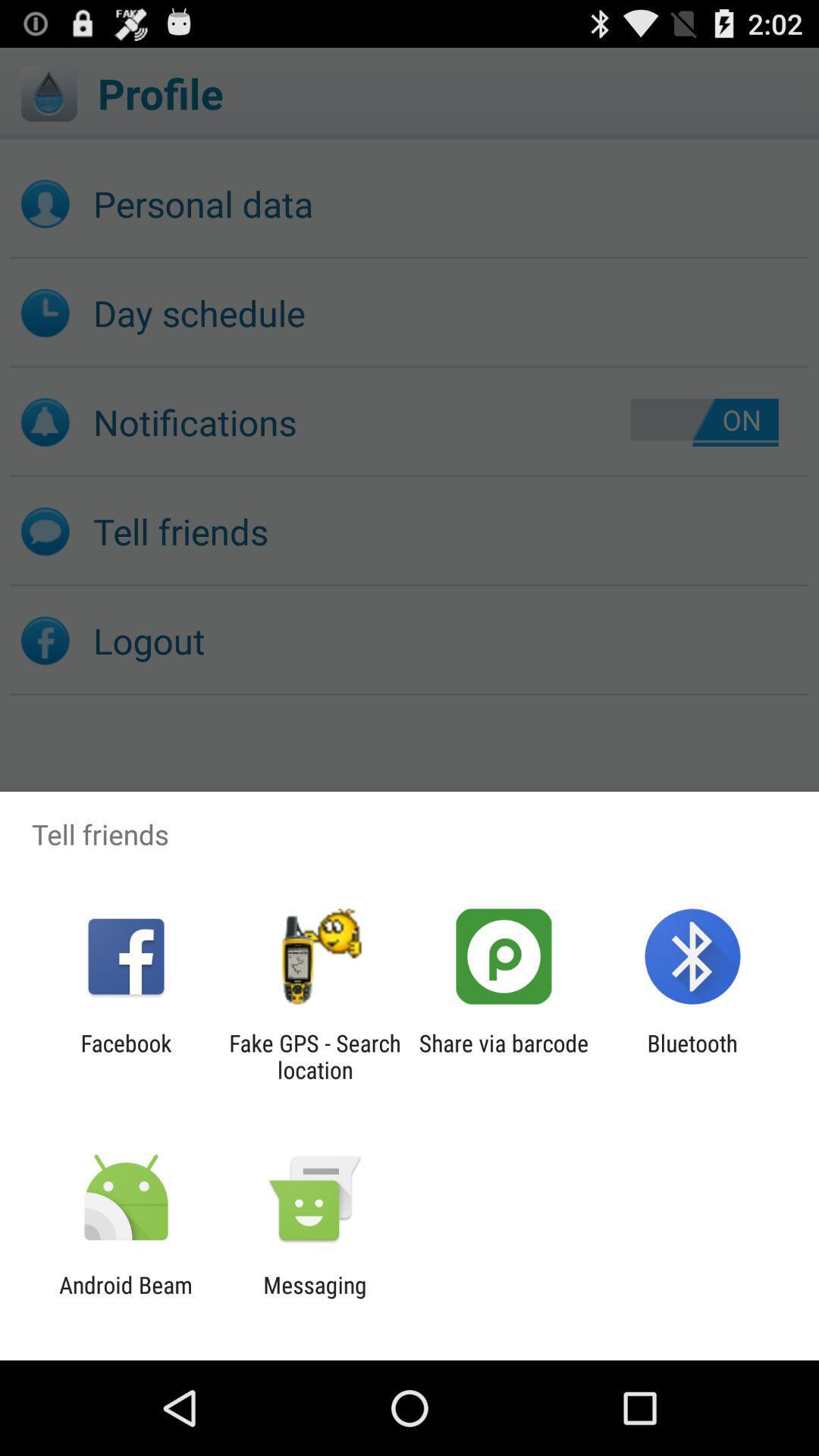 This screenshot has width=819, height=1456. I want to click on messaging item, so click(314, 1298).